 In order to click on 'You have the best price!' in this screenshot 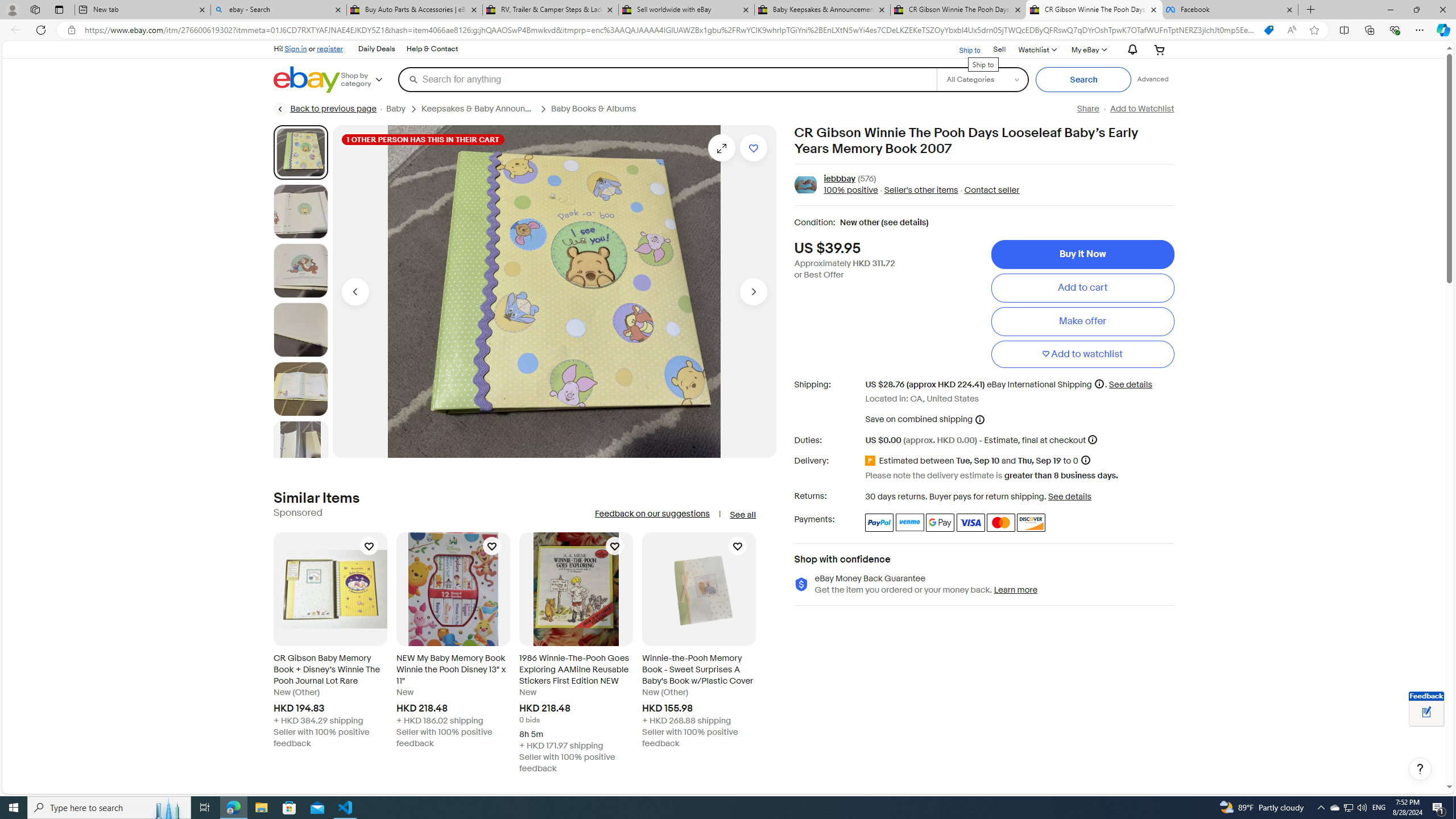, I will do `click(1268, 30)`.